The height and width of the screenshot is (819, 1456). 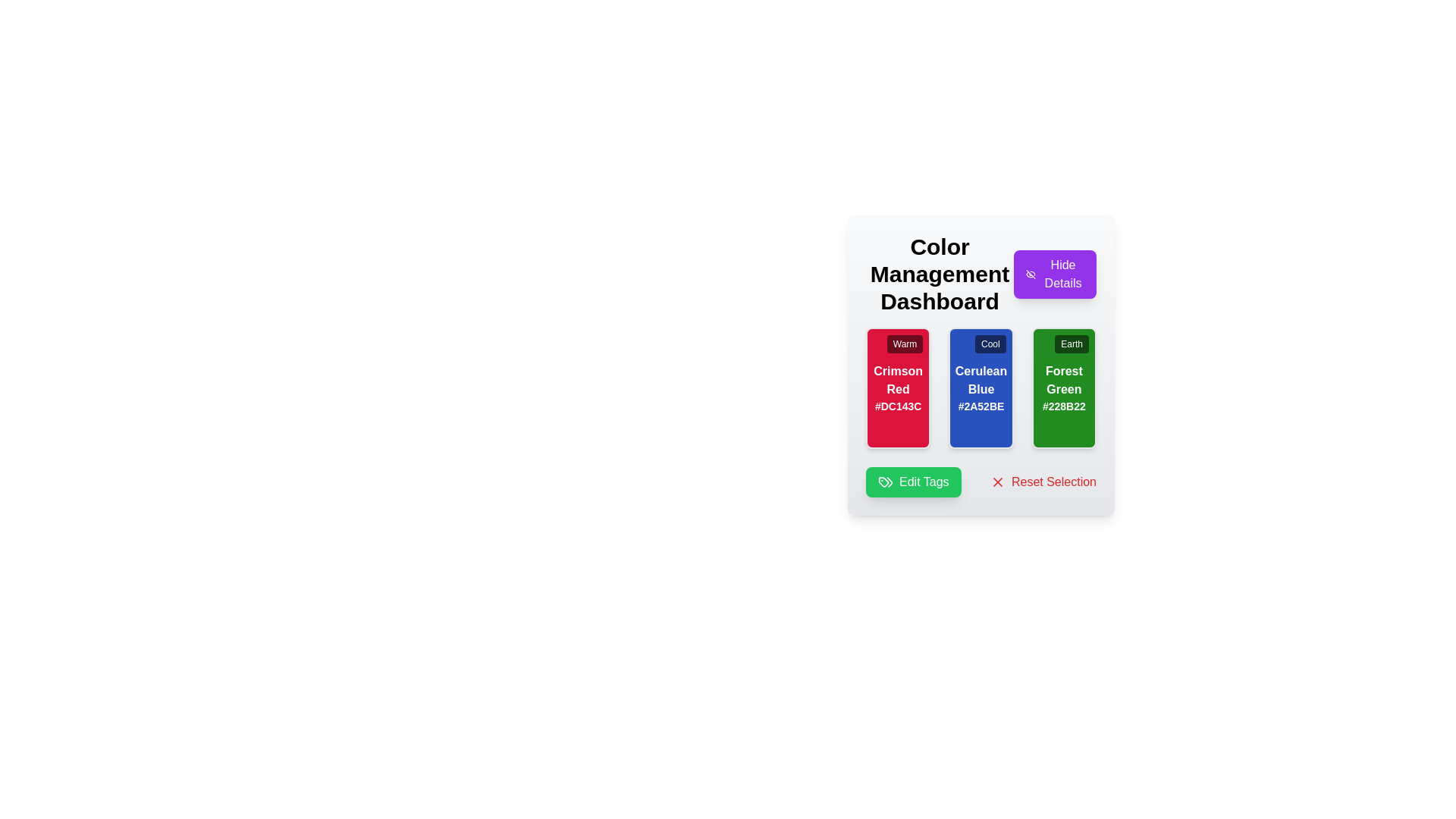 I want to click on the label displaying the color name 'Forest Green' located in the green themed box below the 'Color Management Dashboard', so click(x=1063, y=379).